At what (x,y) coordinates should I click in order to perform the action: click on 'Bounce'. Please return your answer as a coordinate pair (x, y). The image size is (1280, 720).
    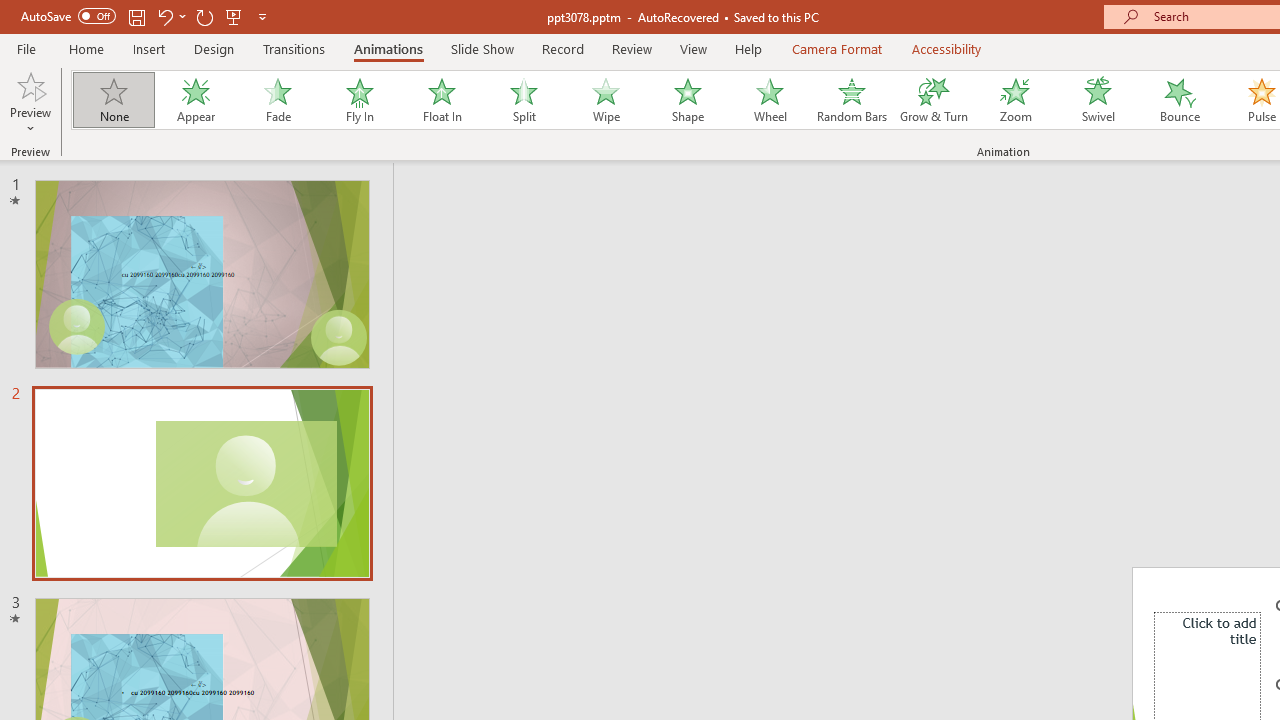
    Looking at the image, I should click on (1180, 100).